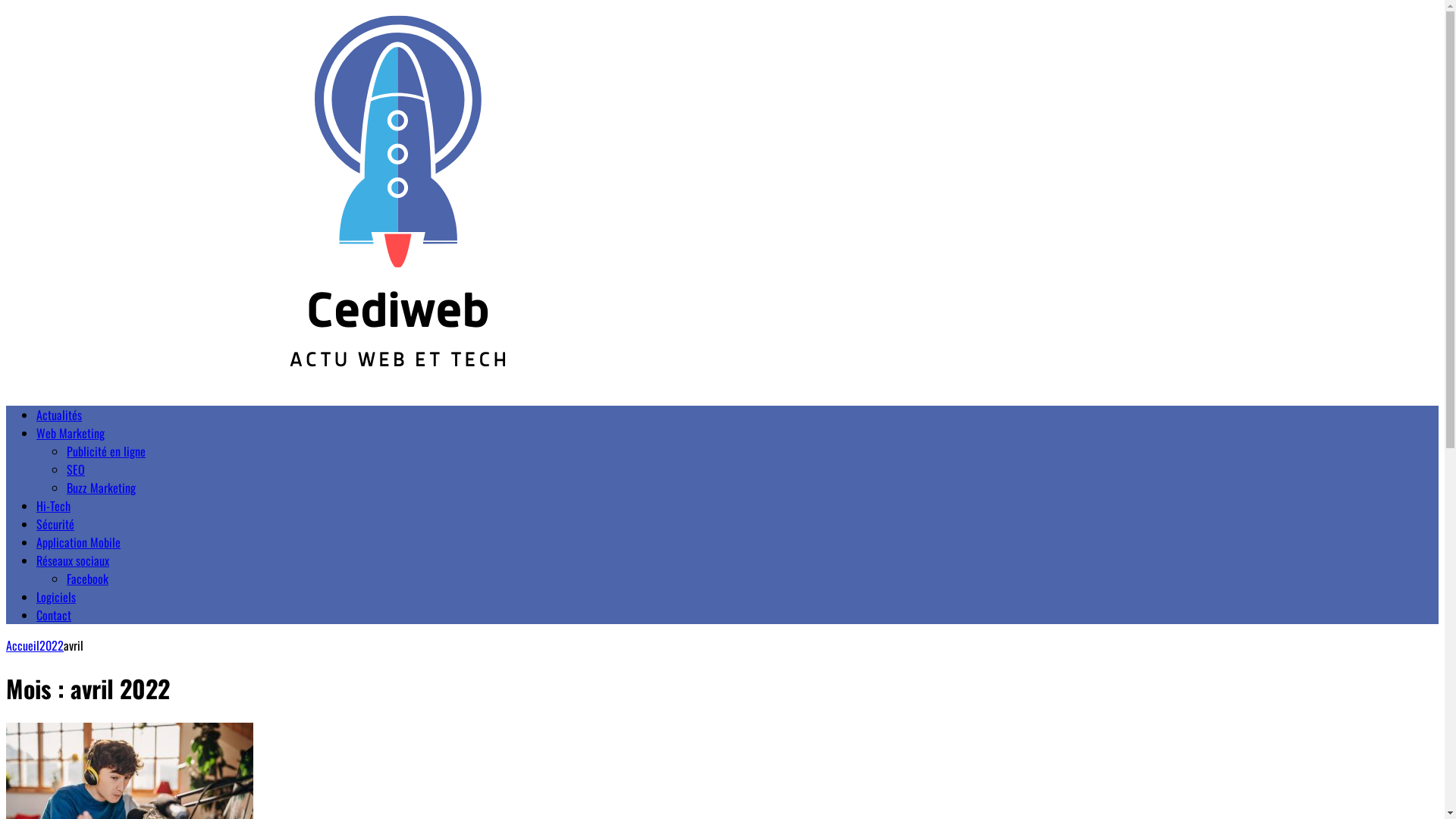 Image resolution: width=1456 pixels, height=819 pixels. What do you see at coordinates (75, 468) in the screenshot?
I see `'SEO'` at bounding box center [75, 468].